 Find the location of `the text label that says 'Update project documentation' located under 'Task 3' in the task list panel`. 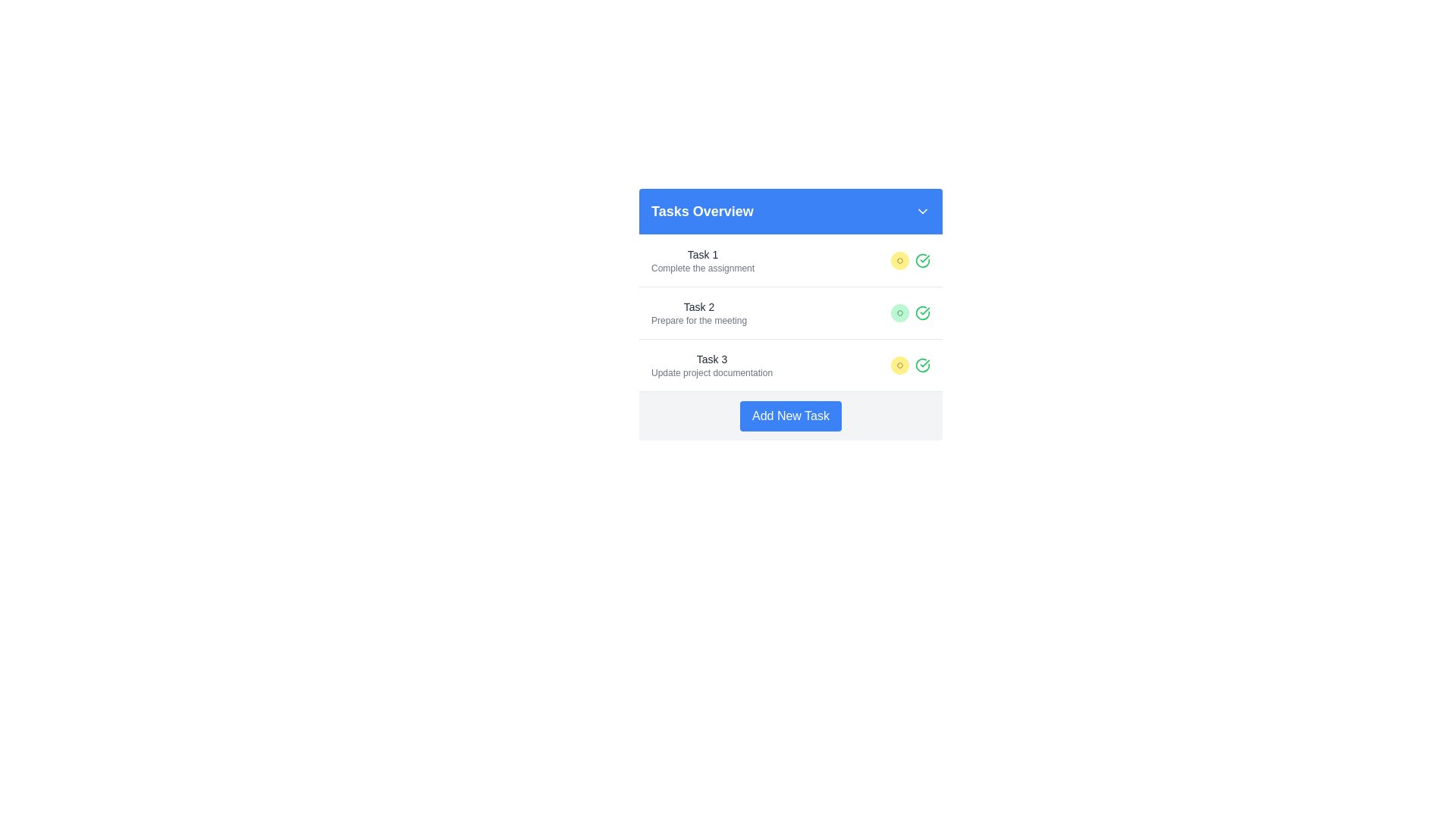

the text label that says 'Update project documentation' located under 'Task 3' in the task list panel is located at coordinates (711, 373).